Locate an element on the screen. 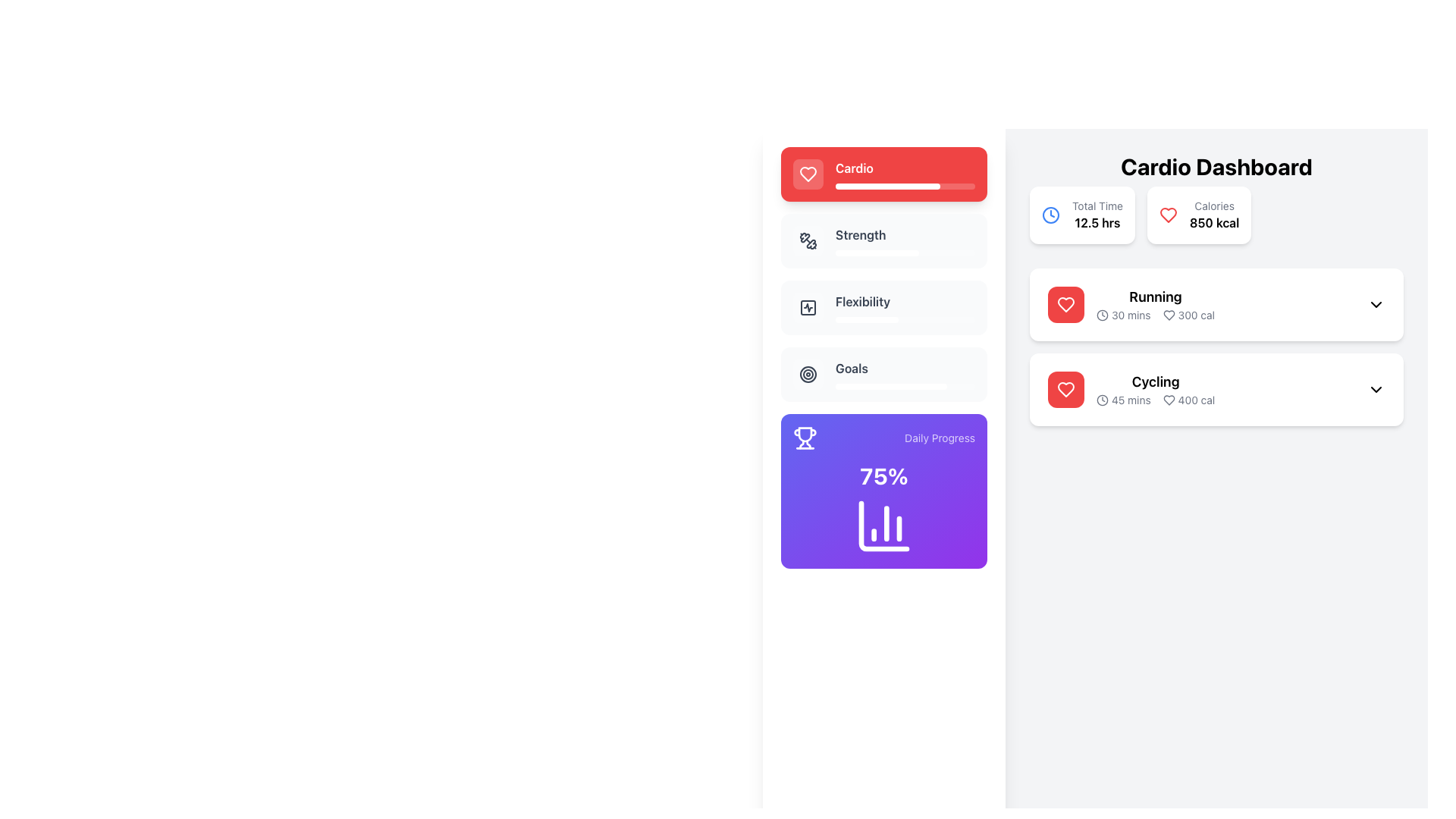 This screenshot has height=819, width=1456. the 'Total Time' text display component in the 'Cardio Dashboard' section, which shows 'Total Time' in gray and '12.5 hrs' in bold black is located at coordinates (1097, 215).